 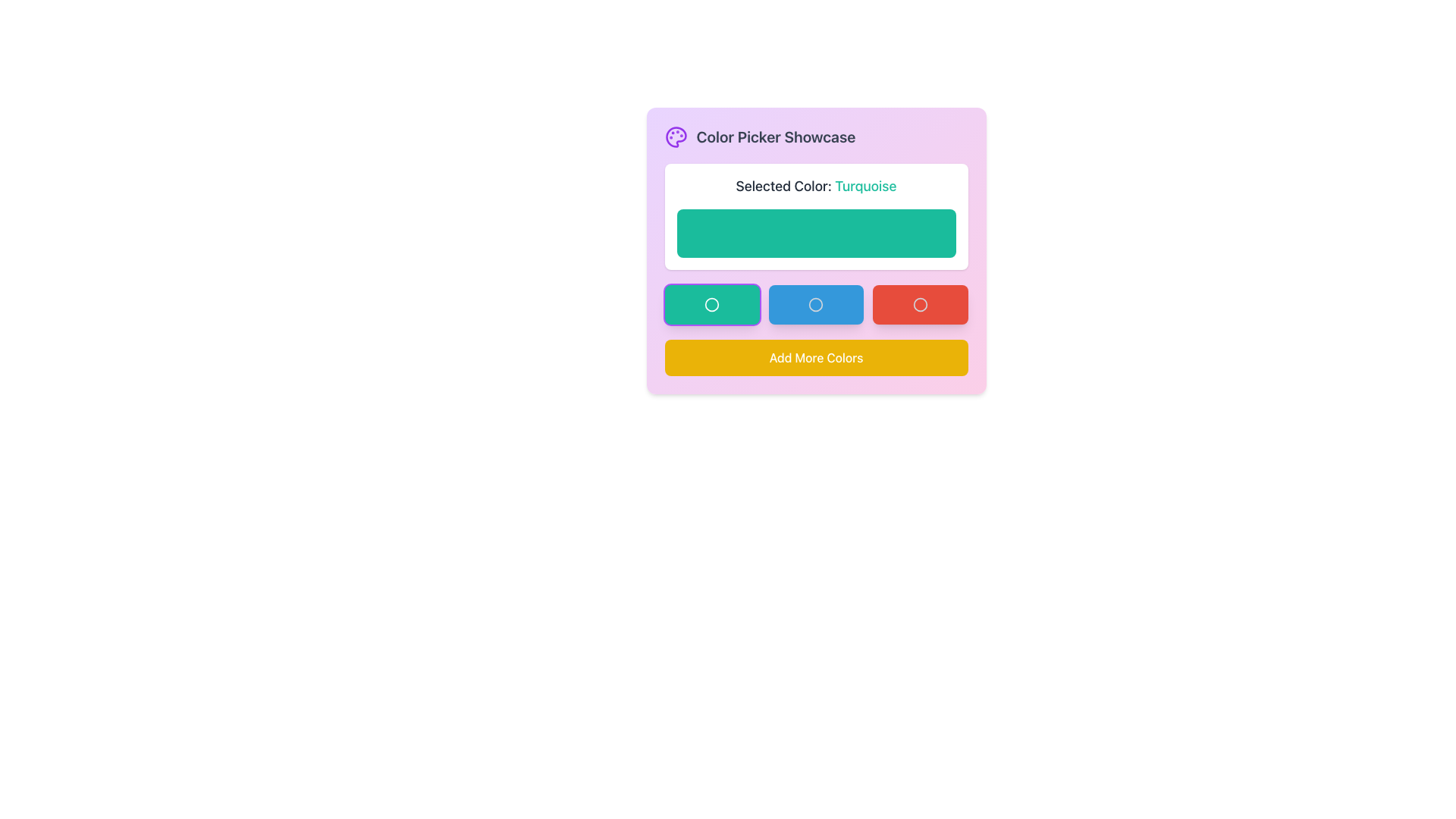 What do you see at coordinates (815, 304) in the screenshot?
I see `the blue color indicator circle in the second row of the color picker interface` at bounding box center [815, 304].